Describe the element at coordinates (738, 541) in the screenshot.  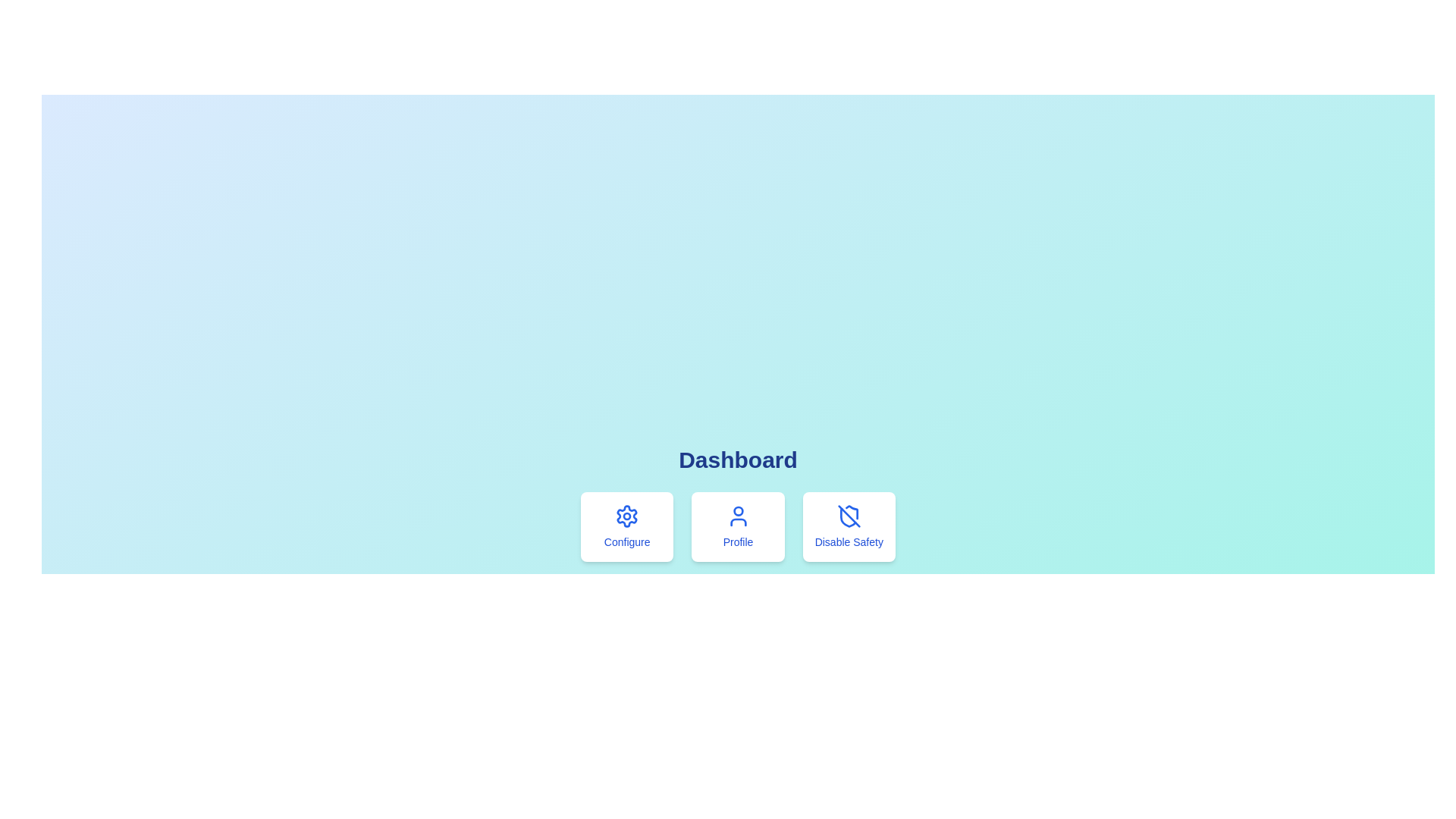
I see `the static text label element displaying 'Profile' with a blue font color, located below the user icon within the second card of the dashboard` at that location.